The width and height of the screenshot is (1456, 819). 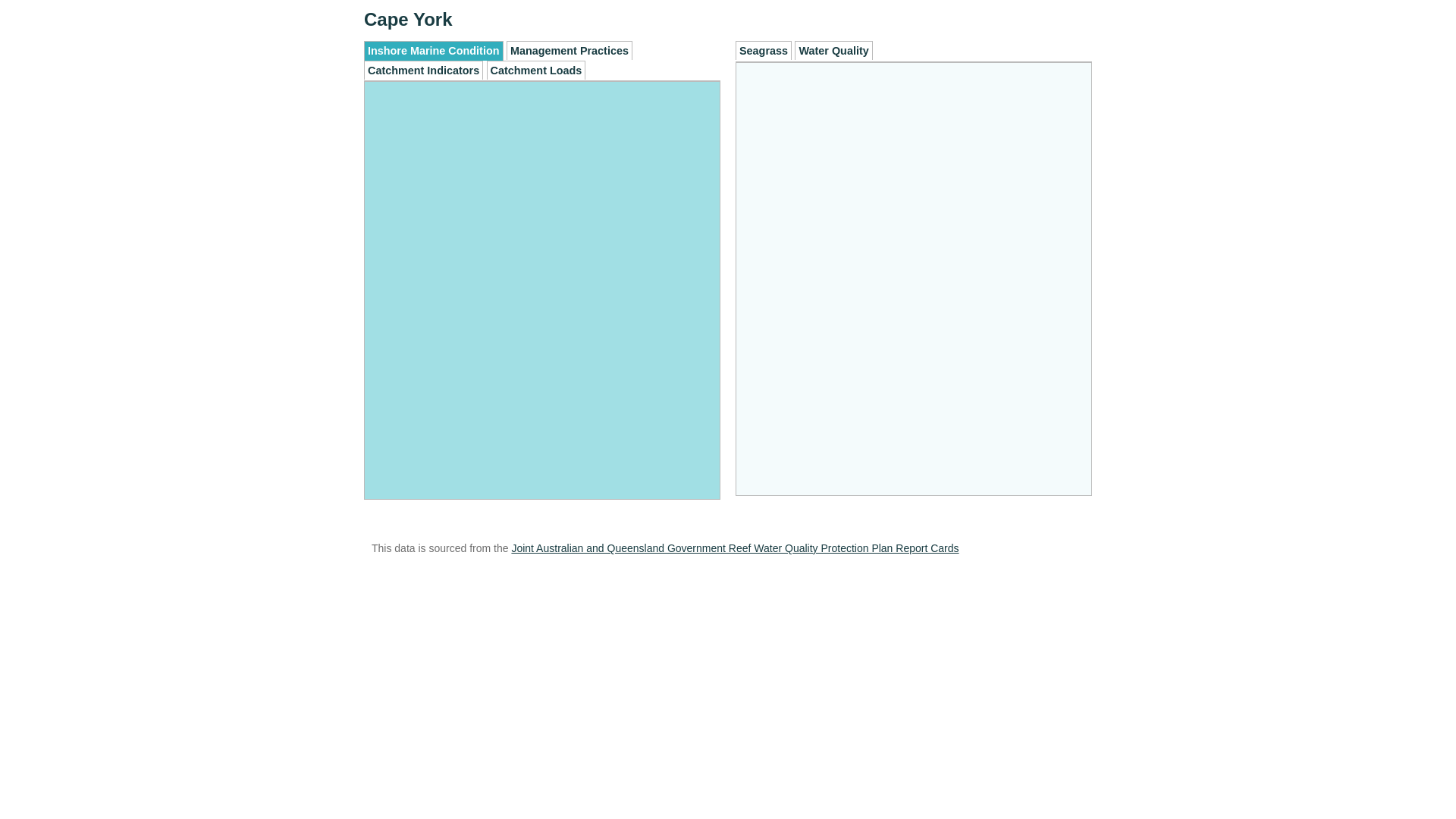 What do you see at coordinates (764, 49) in the screenshot?
I see `'Seagrass'` at bounding box center [764, 49].